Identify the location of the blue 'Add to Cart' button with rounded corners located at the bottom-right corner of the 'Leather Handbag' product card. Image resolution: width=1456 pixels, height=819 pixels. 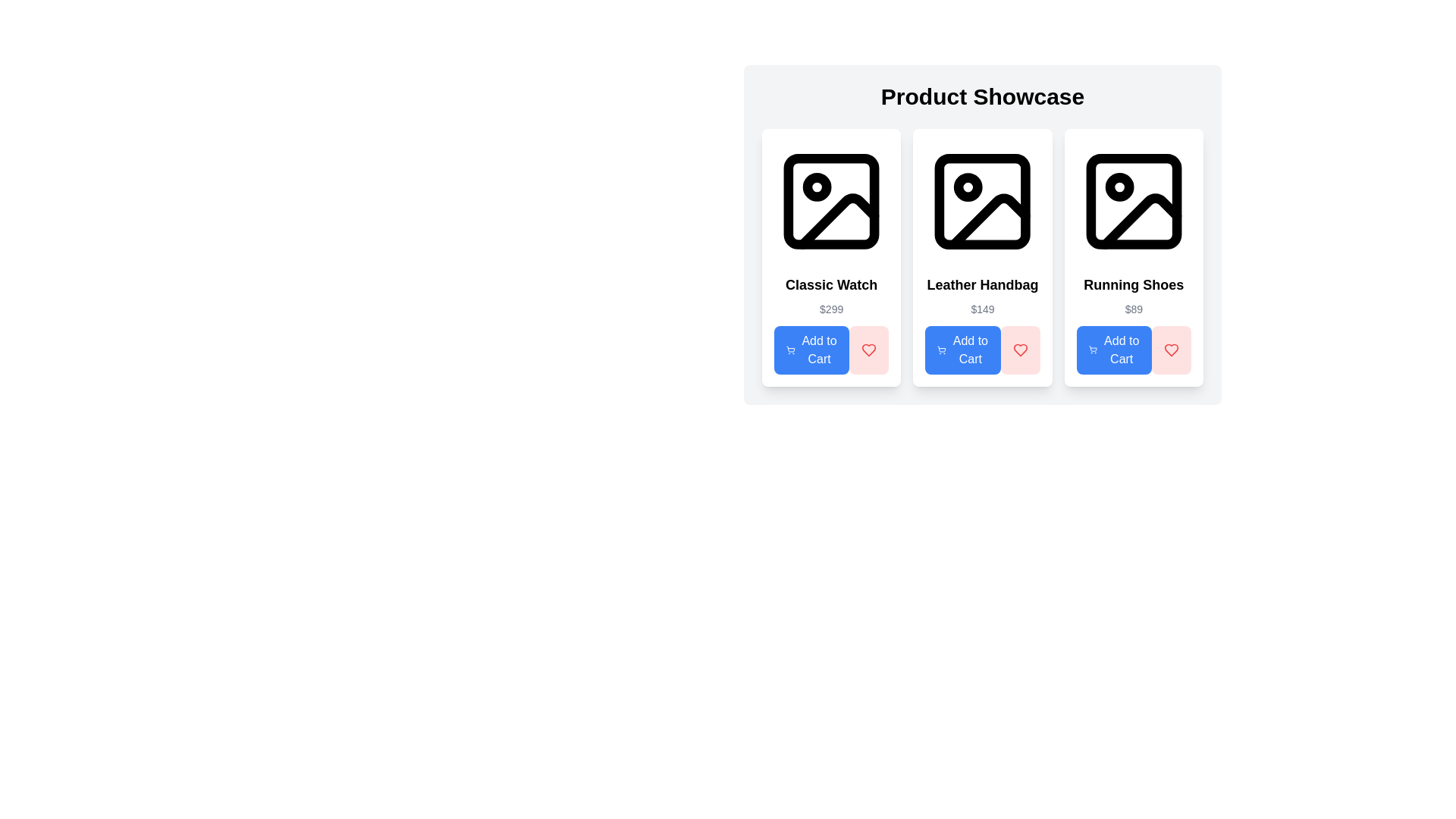
(983, 350).